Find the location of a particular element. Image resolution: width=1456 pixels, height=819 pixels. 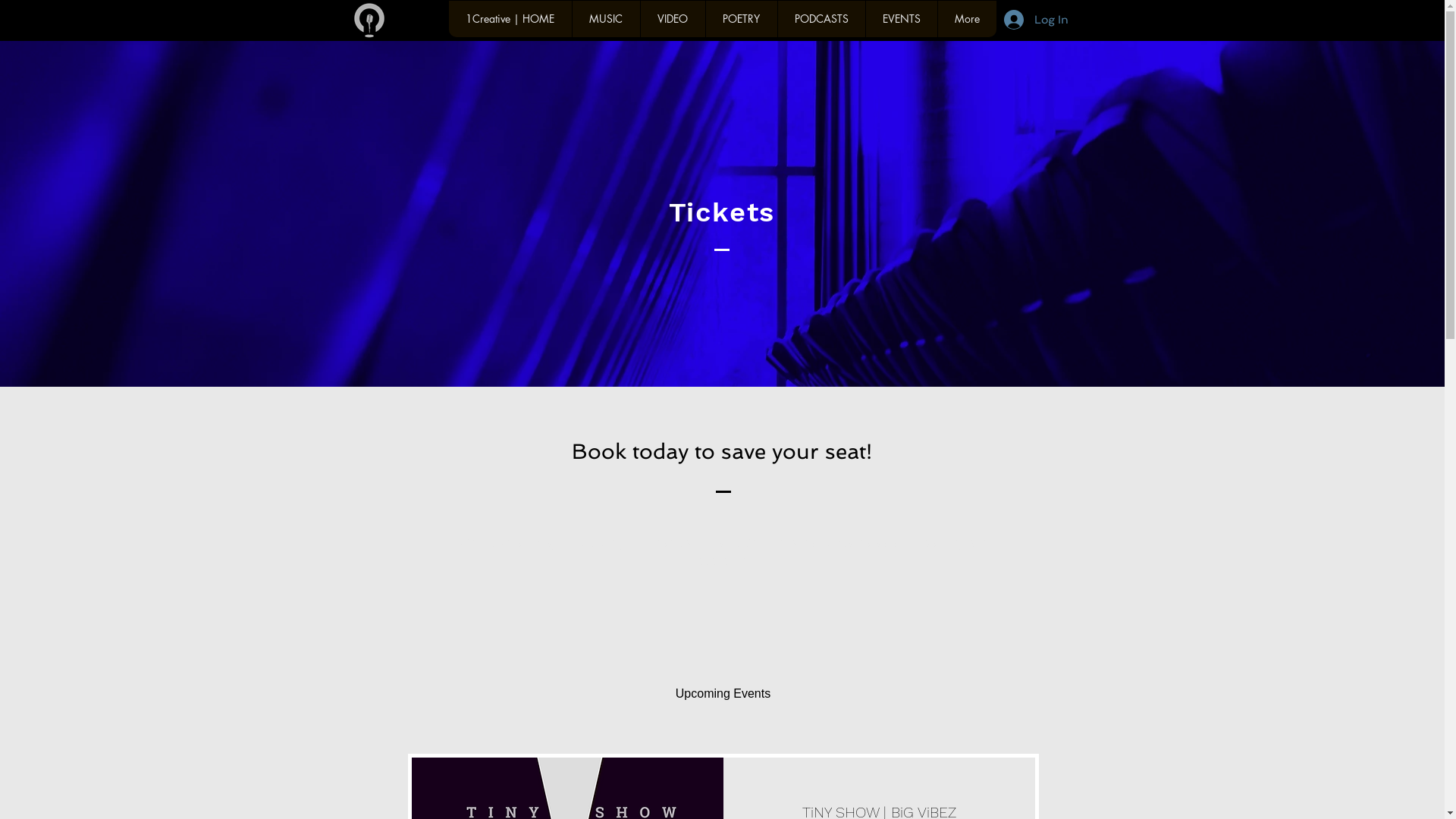

'Log In' is located at coordinates (1035, 20).